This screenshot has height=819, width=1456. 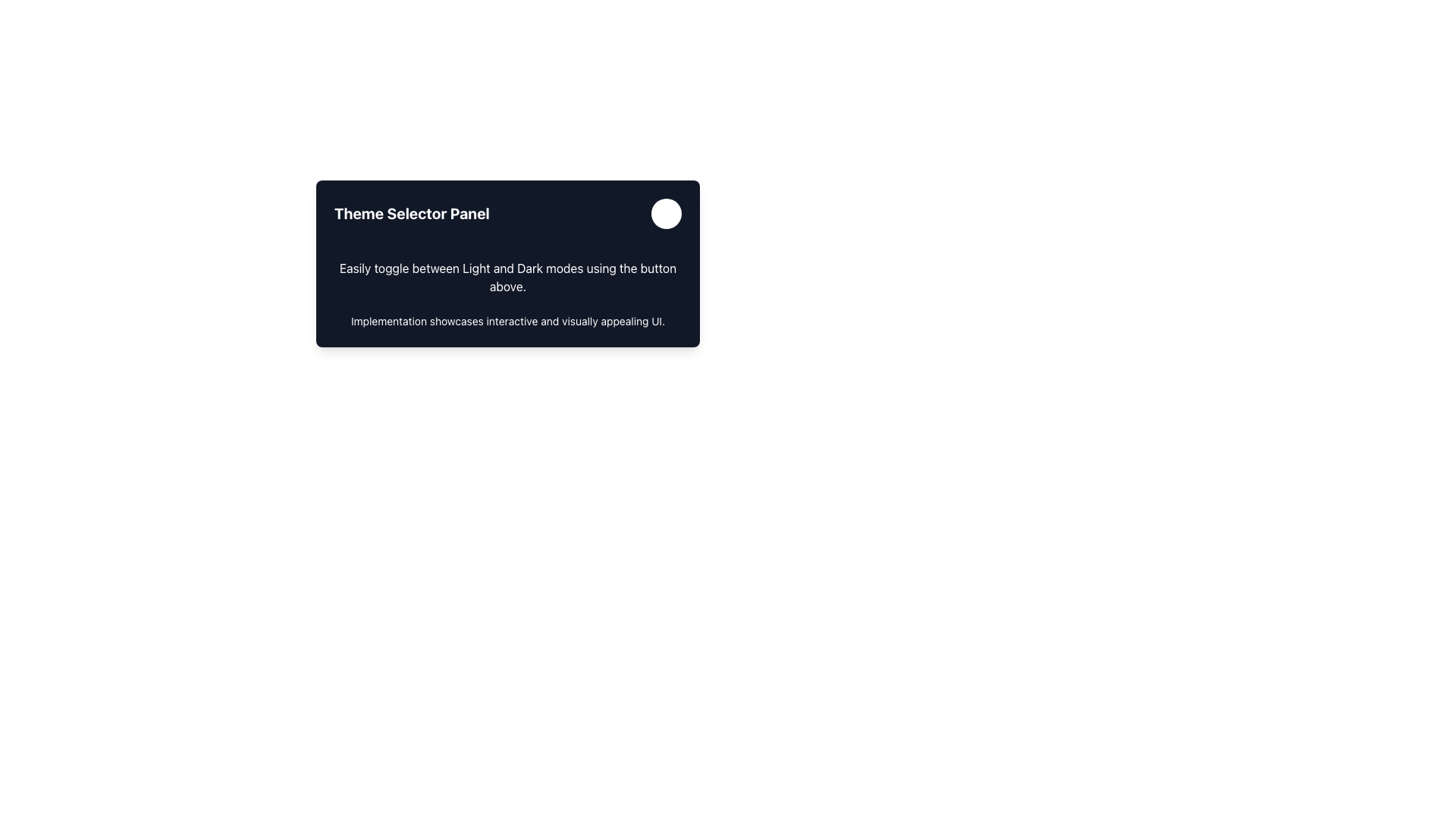 I want to click on the Informational Panel titled 'Theme Selector Panel', which features a dark background, rounded corners, and white typography, so click(x=508, y=335).